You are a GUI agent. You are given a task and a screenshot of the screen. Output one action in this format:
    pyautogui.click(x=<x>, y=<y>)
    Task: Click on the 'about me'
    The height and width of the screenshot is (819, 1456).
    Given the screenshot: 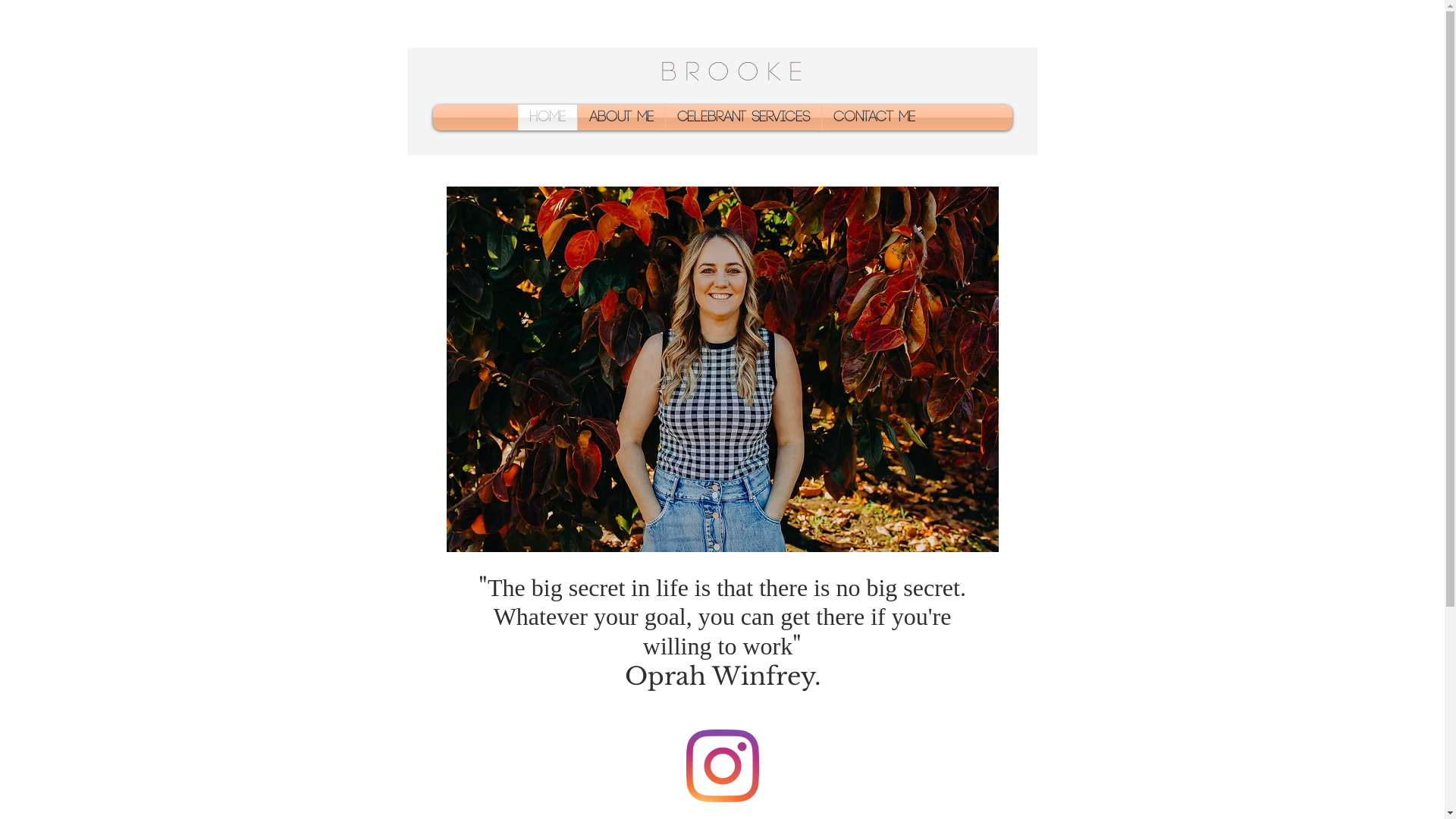 What is the action you would take?
    pyautogui.click(x=621, y=116)
    